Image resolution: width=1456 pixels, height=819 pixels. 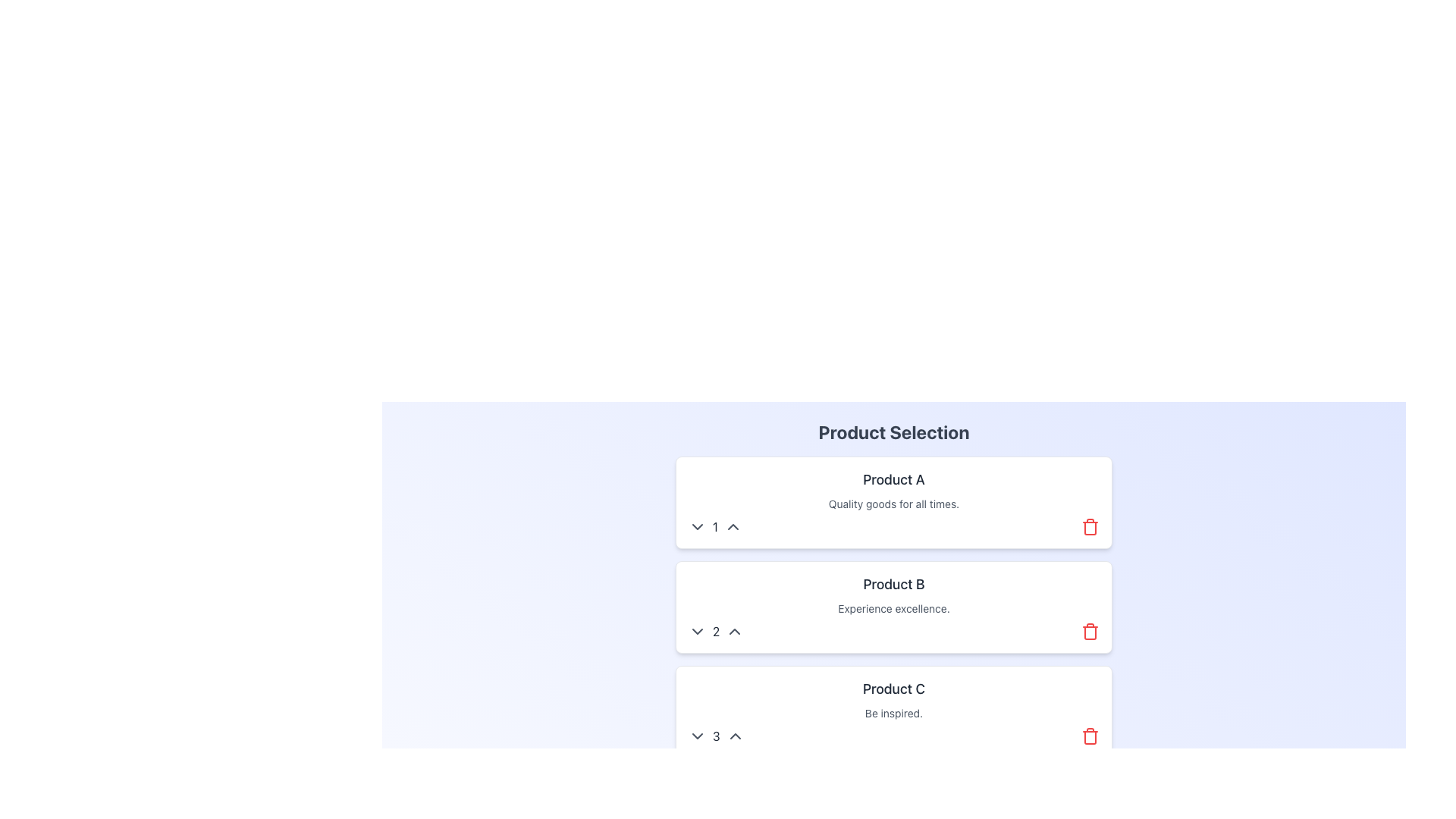 What do you see at coordinates (1090, 736) in the screenshot?
I see `the red trash can icon button located at the bottom right corner of the 'Product C' card` at bounding box center [1090, 736].